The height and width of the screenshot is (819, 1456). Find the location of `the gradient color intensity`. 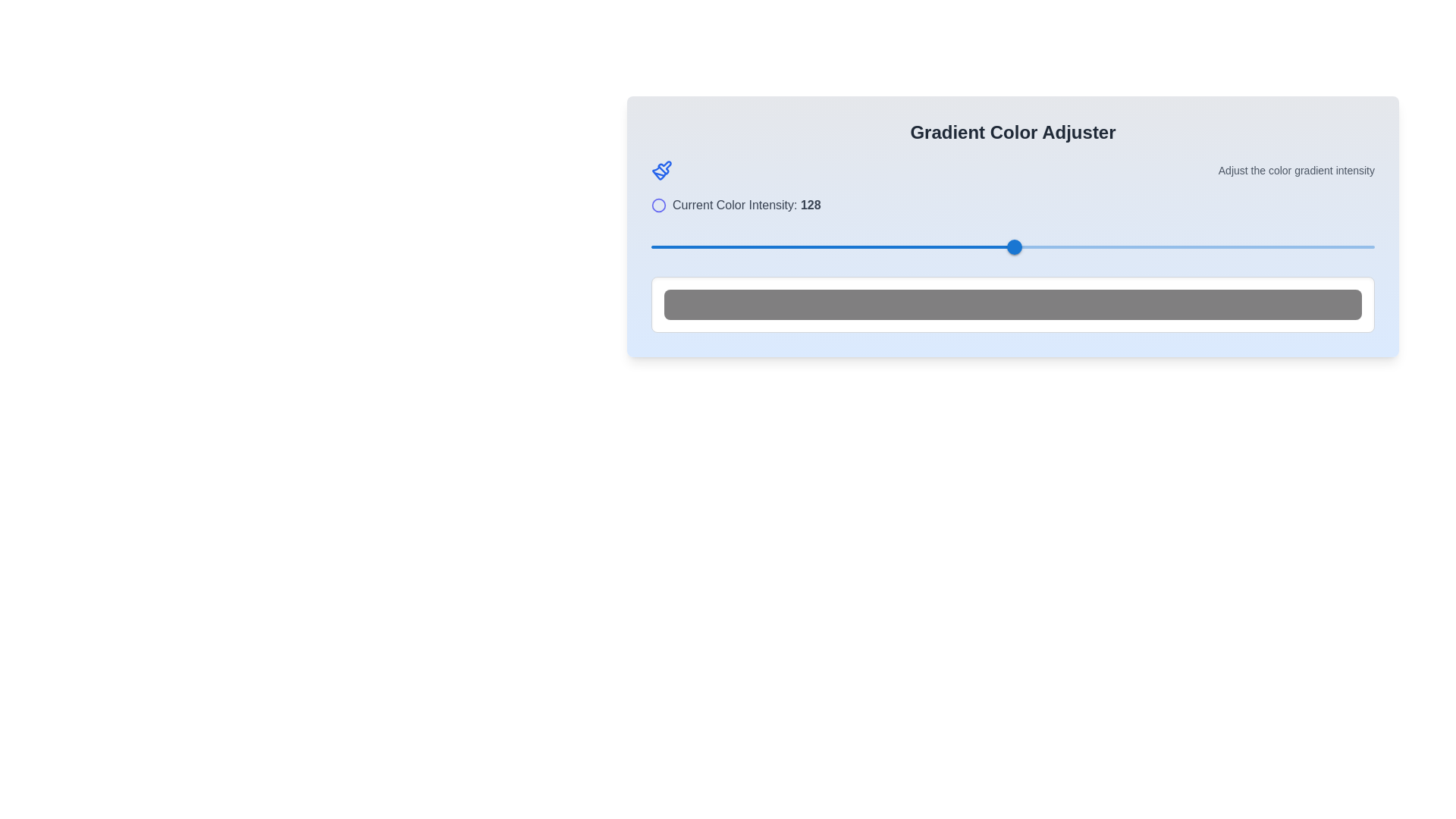

the gradient color intensity is located at coordinates (815, 246).